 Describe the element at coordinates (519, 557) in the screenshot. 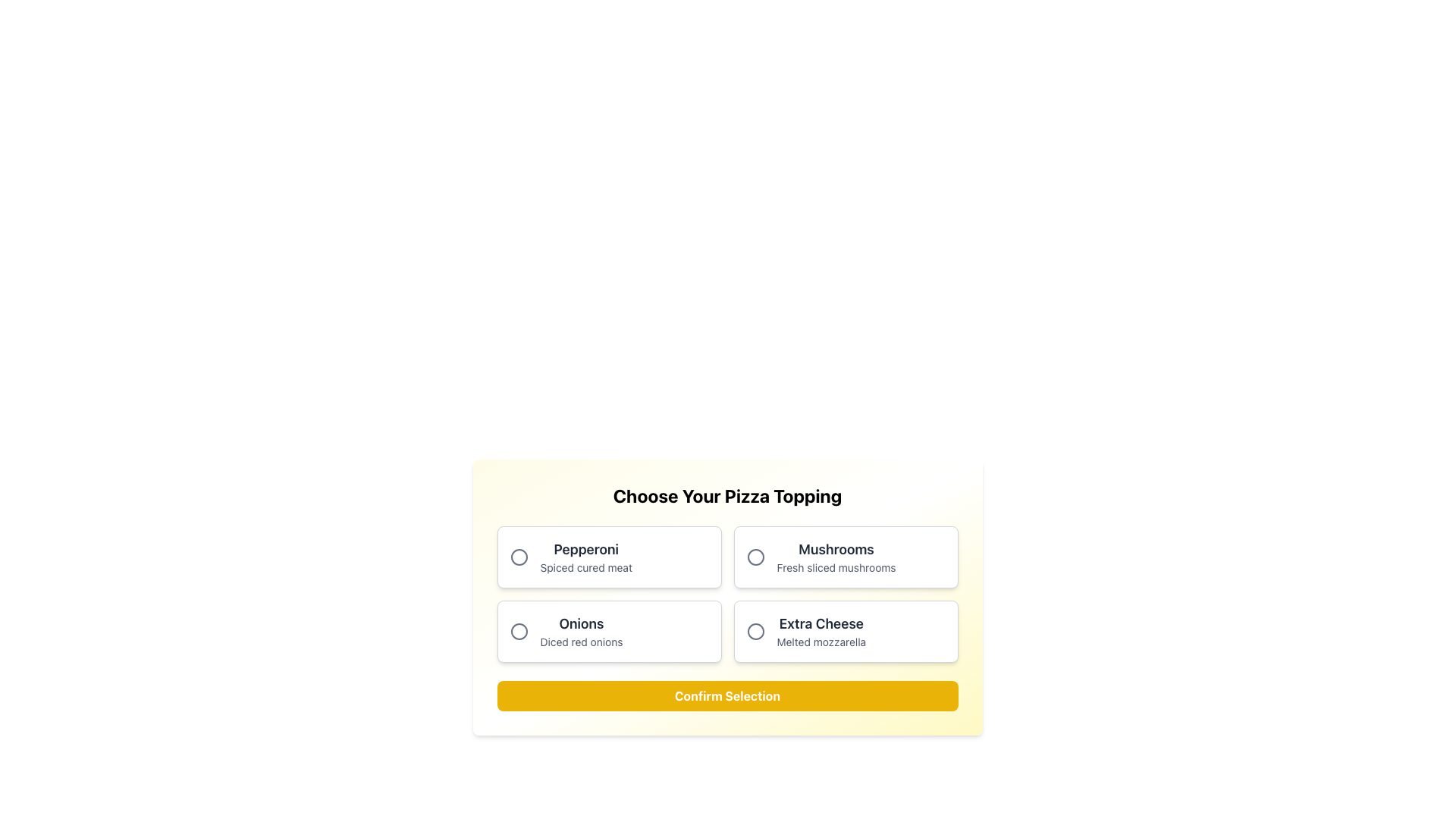

I see `the circular radio button in the 'Pepperoni' card` at that location.